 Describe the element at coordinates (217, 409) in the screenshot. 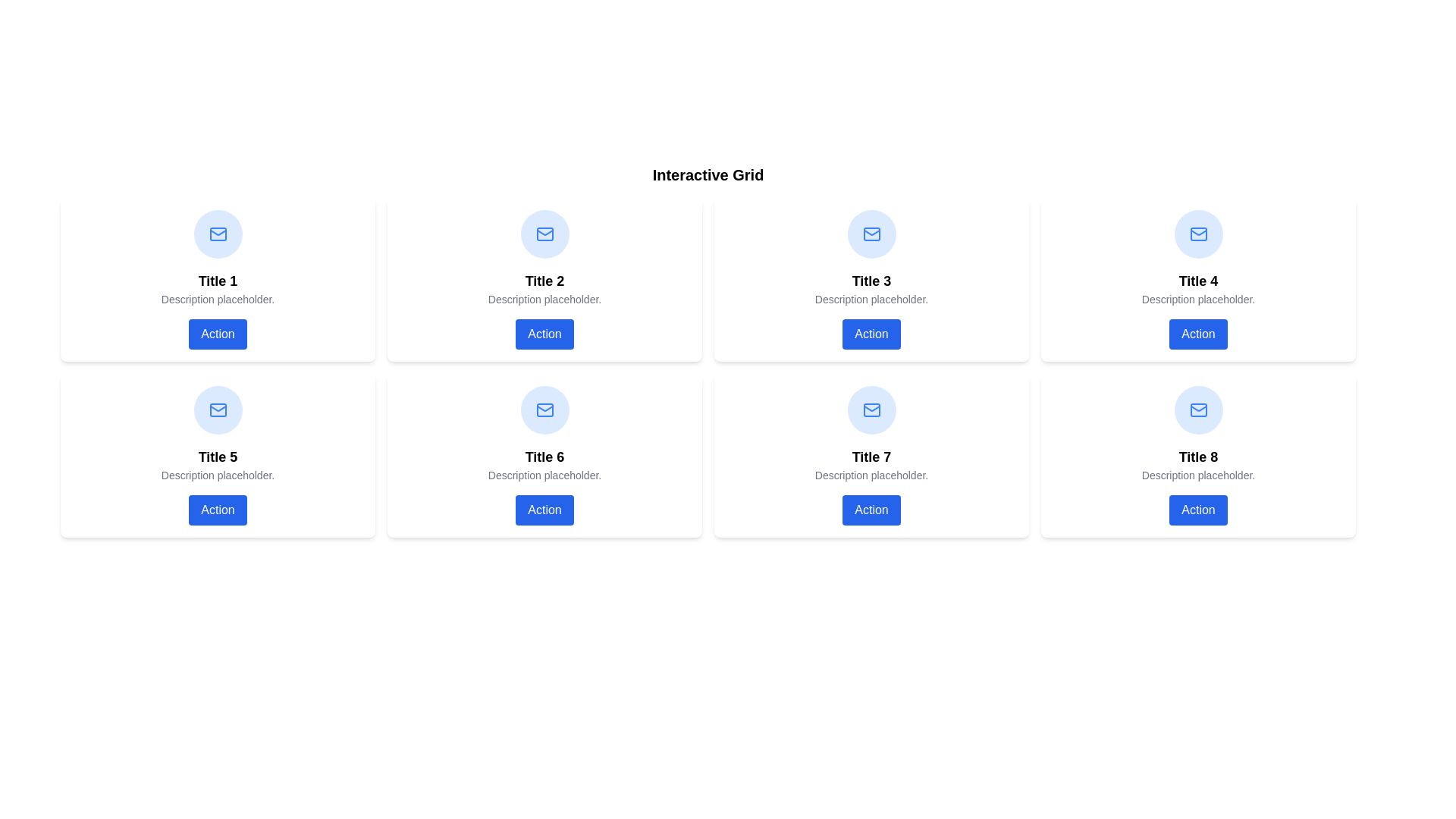

I see `the email or messaging icon located within the card titled 'Title 5' in the second row, first column of the interactive grid layout` at that location.